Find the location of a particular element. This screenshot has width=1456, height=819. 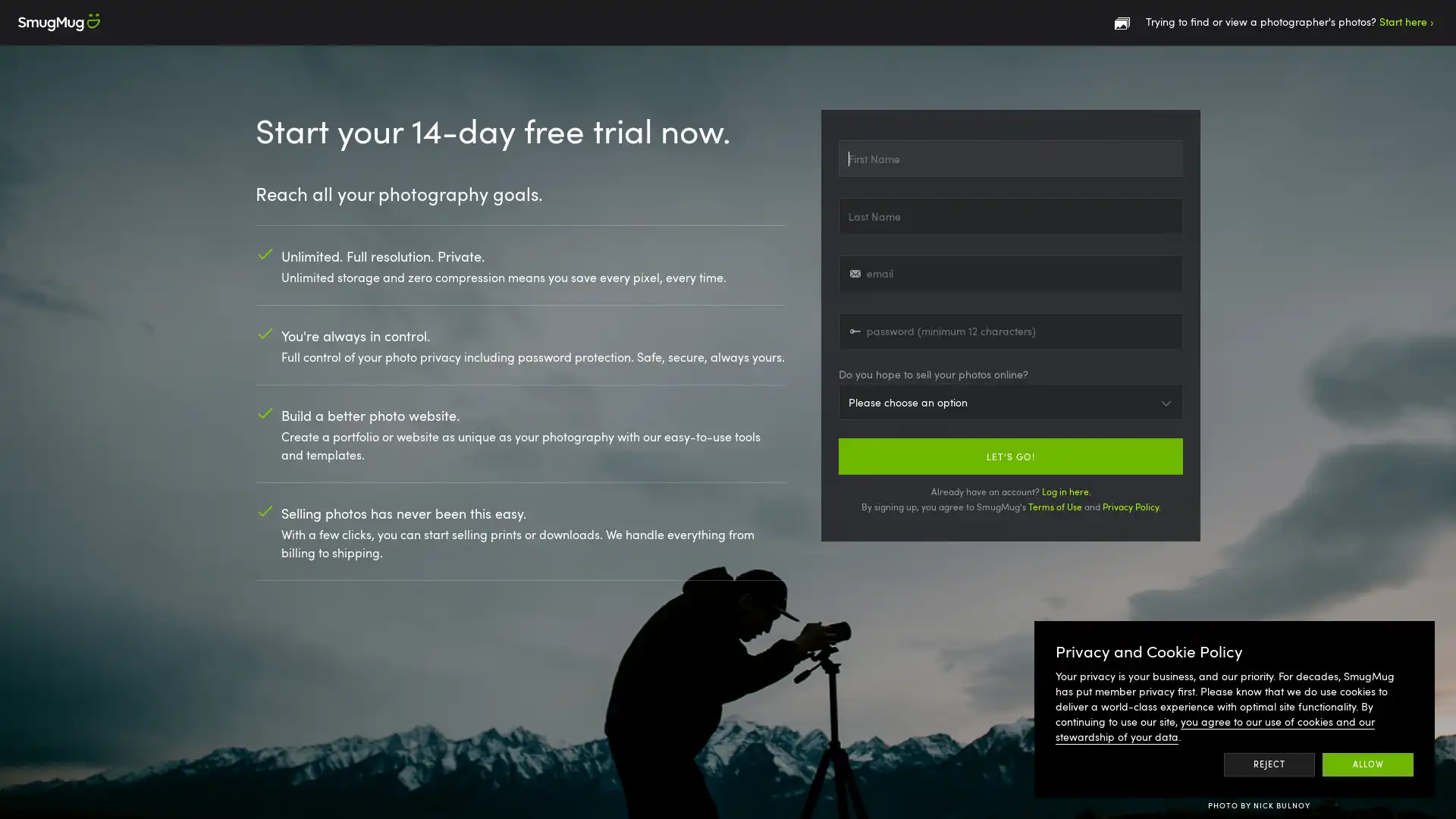

REJECT is located at coordinates (1269, 764).